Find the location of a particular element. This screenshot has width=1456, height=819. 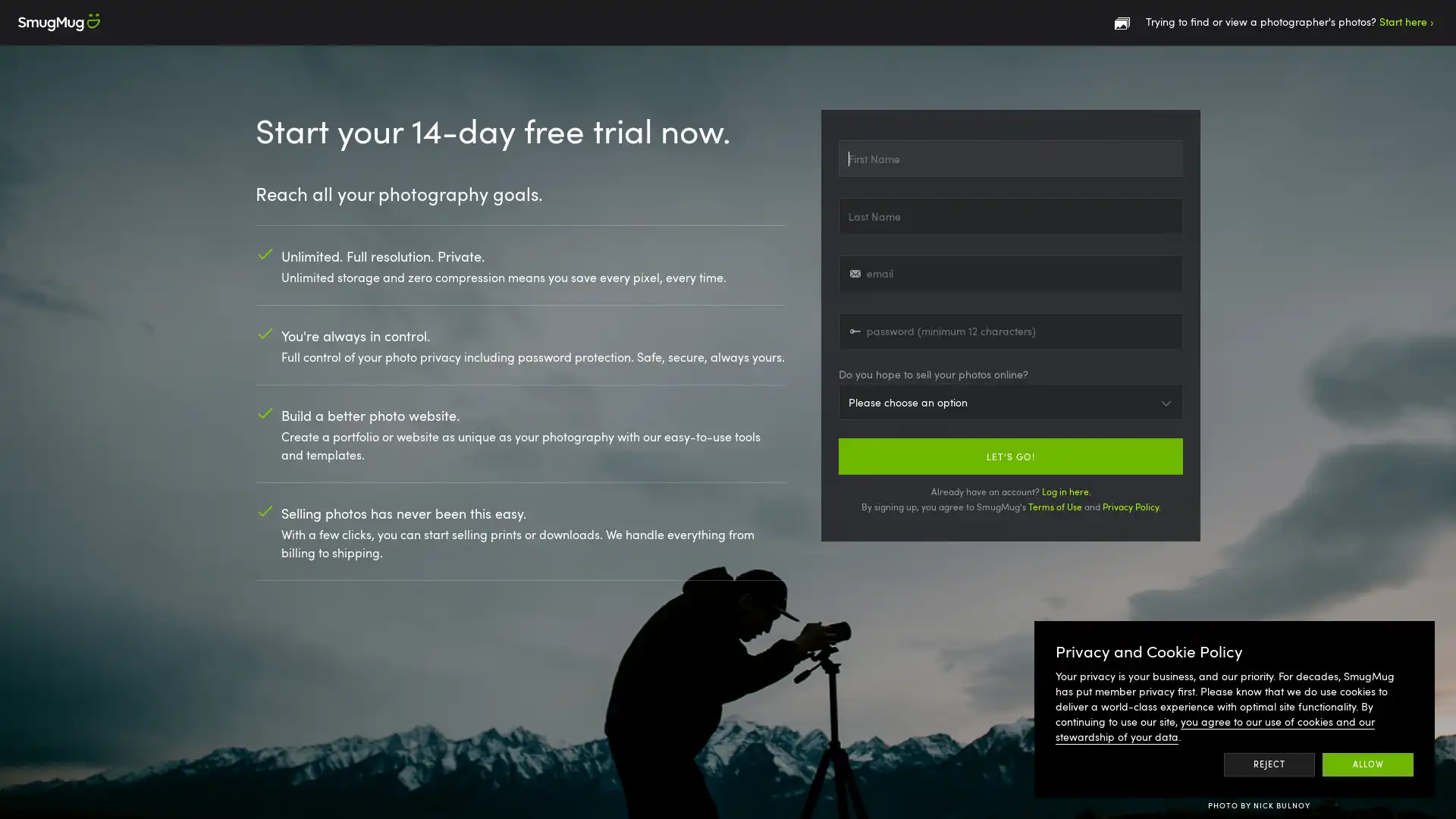

REJECT is located at coordinates (1269, 764).